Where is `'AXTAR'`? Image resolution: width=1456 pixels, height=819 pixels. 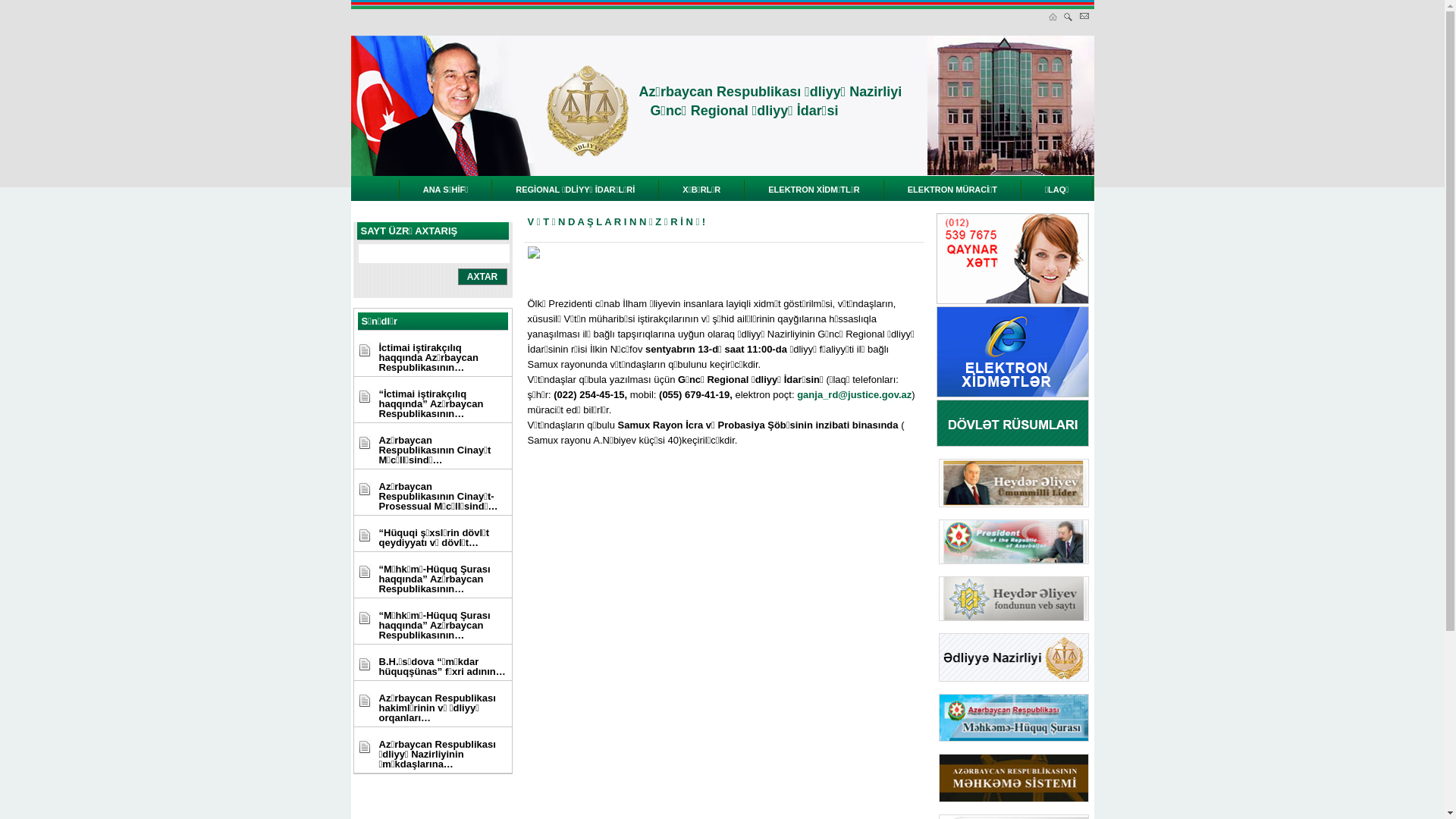 'AXTAR' is located at coordinates (482, 277).